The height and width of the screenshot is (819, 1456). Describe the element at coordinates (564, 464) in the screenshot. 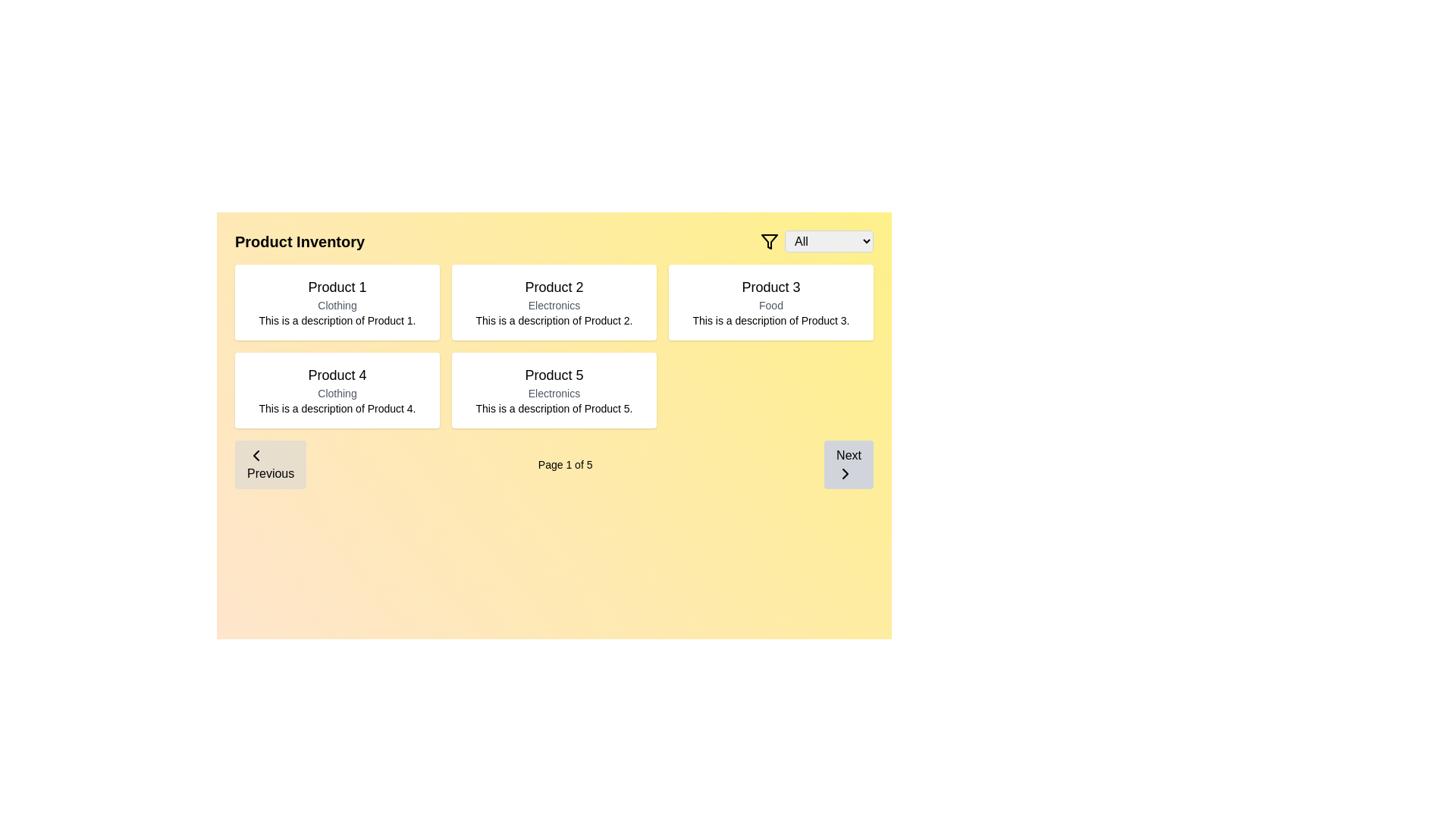

I see `the Static Text Label that displays the current page number and total pages, located centrally between the 'Previous' and 'Next' buttons` at that location.